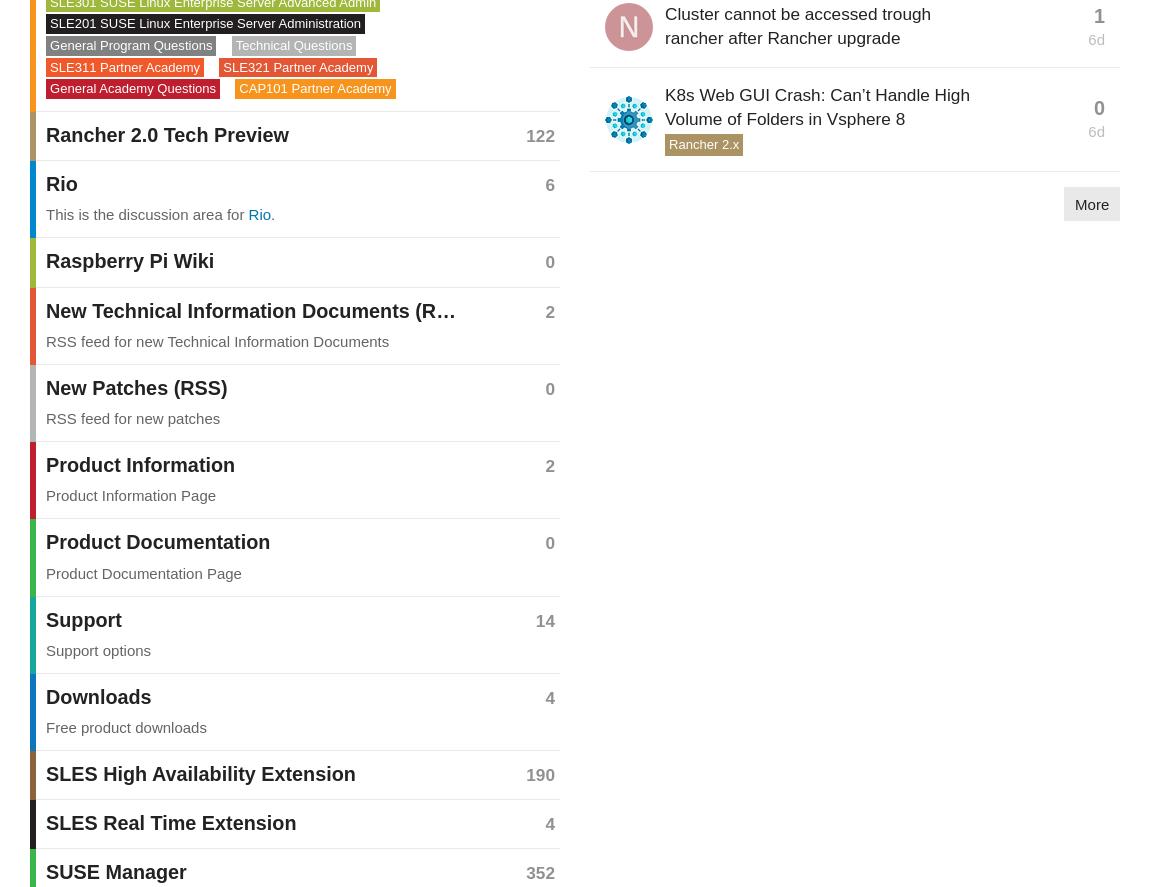  I want to click on 'CAP101 Partner Academy', so click(314, 87).